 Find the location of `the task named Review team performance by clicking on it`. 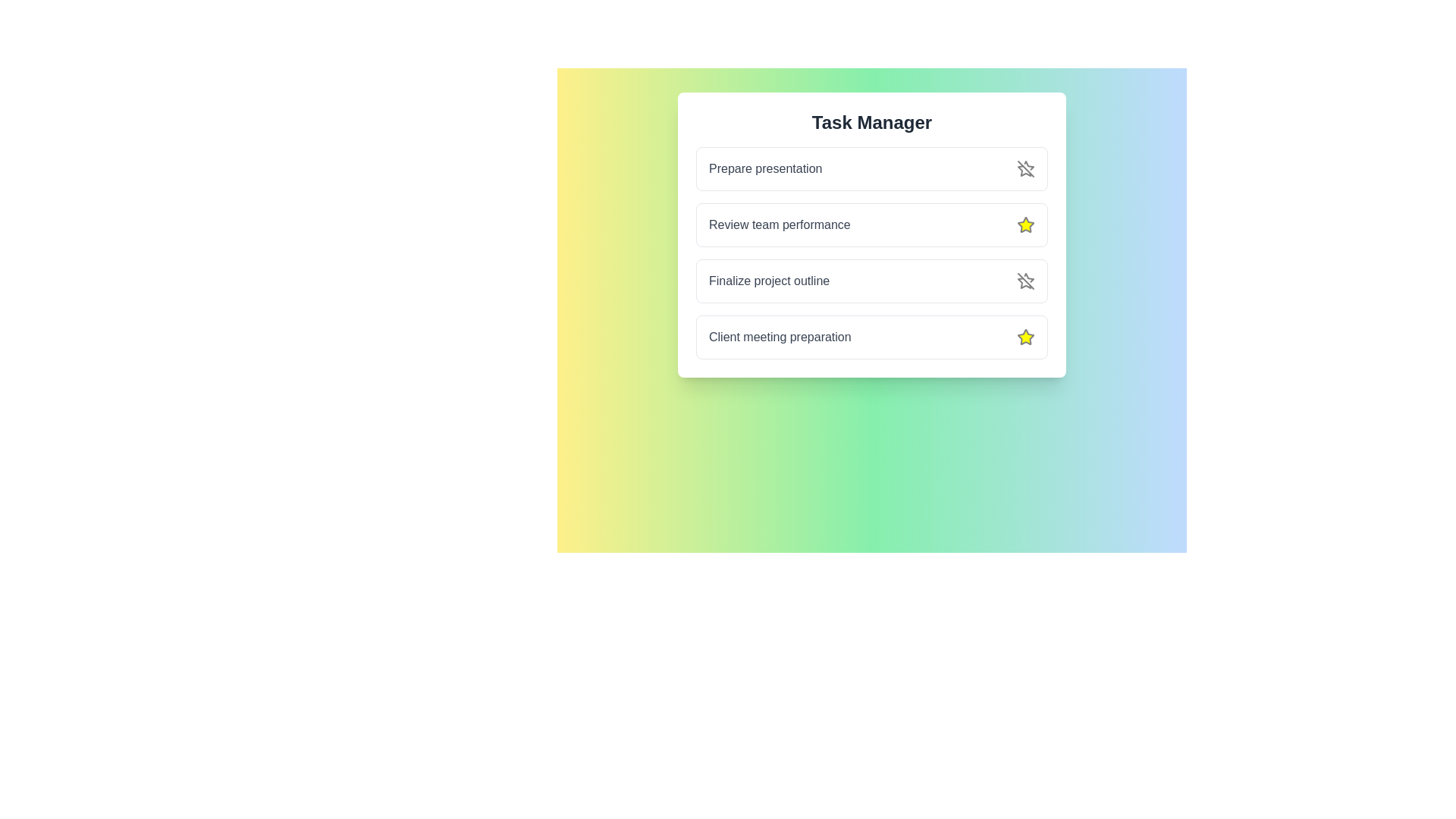

the task named Review team performance by clicking on it is located at coordinates (780, 225).